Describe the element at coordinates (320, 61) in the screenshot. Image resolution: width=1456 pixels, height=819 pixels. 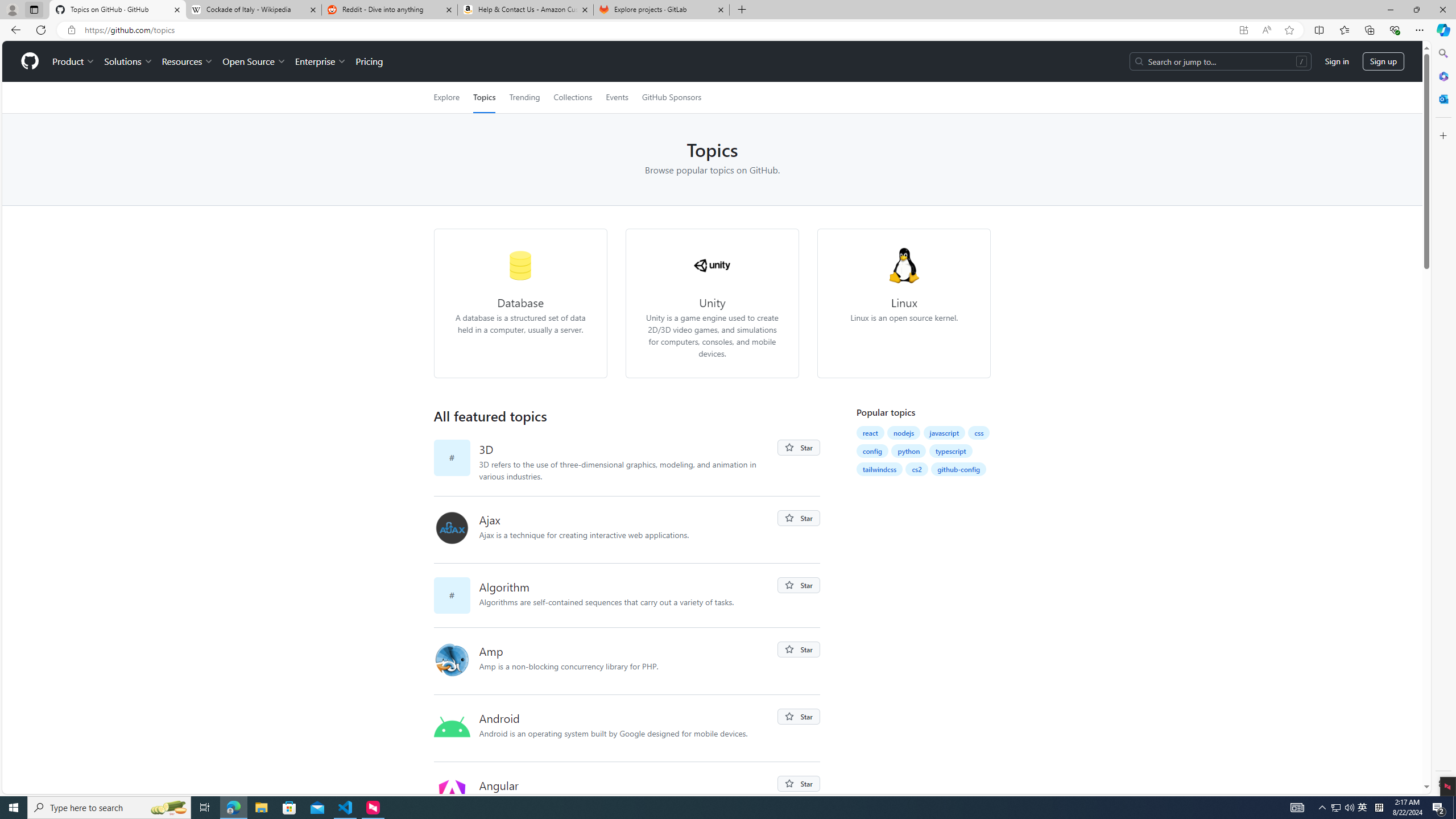
I see `'Enterprise'` at that location.